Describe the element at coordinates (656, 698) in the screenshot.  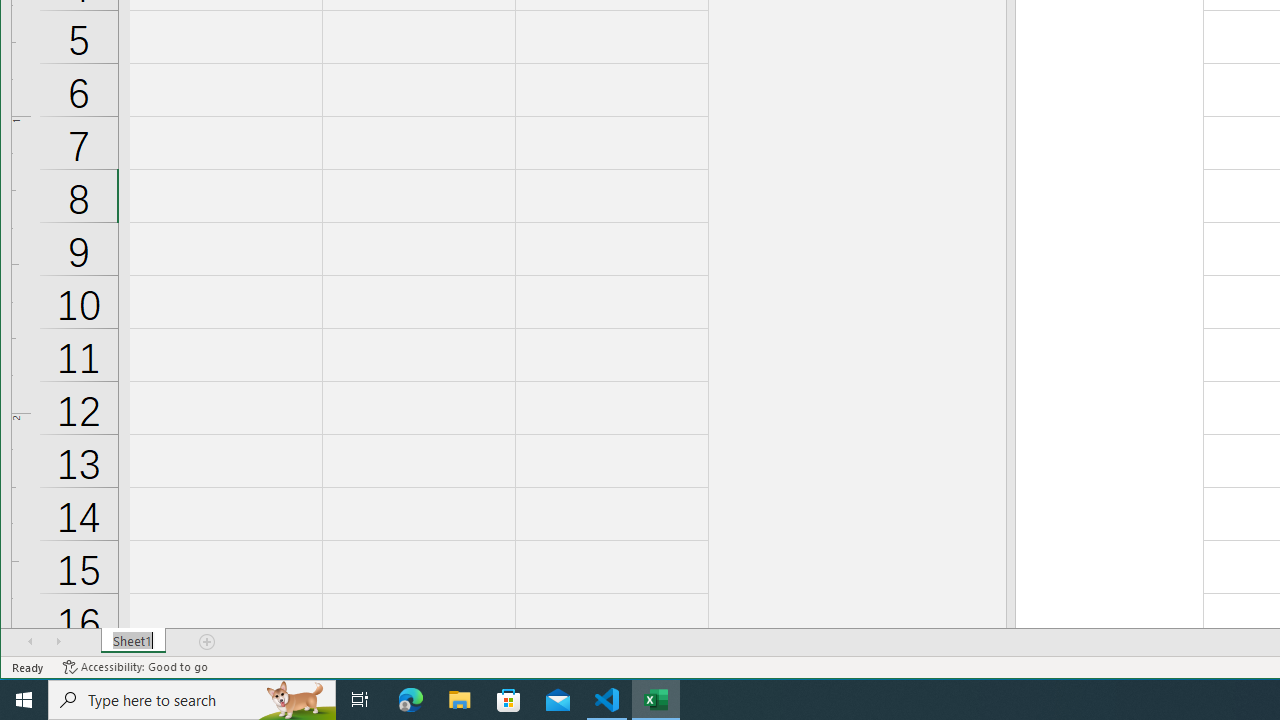
I see `'Excel - 1 running window'` at that location.